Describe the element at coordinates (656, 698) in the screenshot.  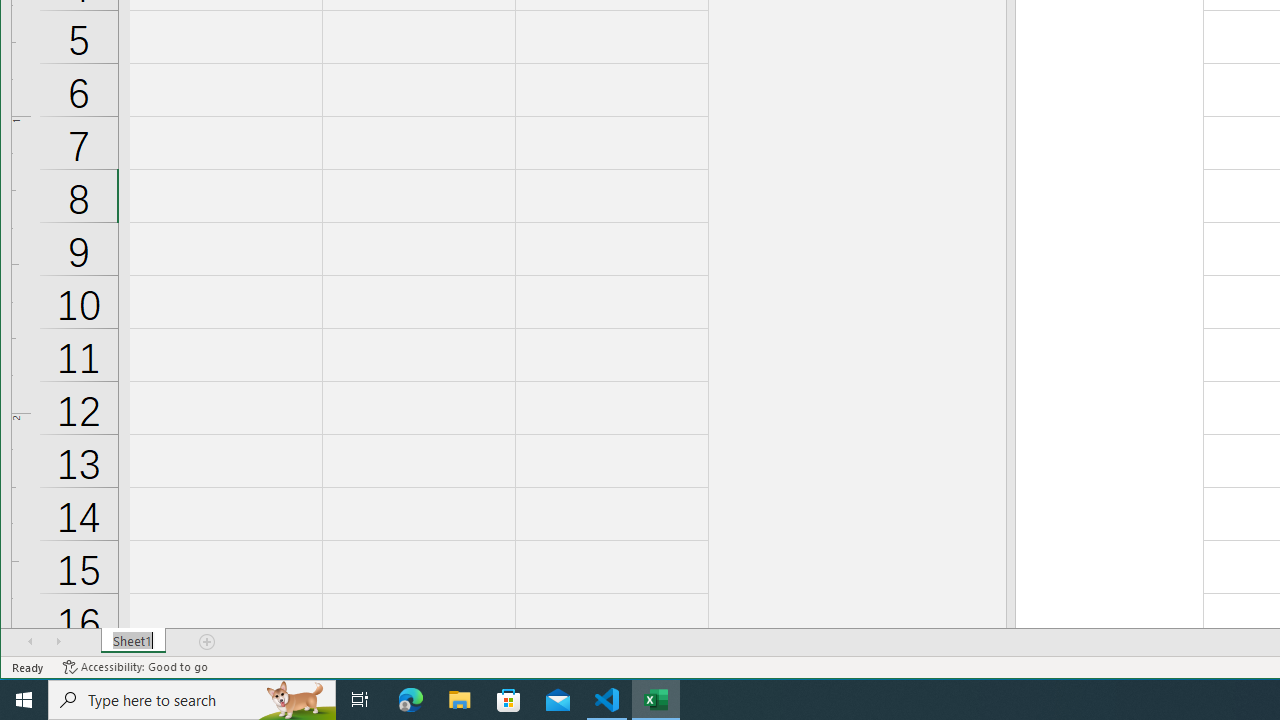
I see `'Excel - 1 running window'` at that location.